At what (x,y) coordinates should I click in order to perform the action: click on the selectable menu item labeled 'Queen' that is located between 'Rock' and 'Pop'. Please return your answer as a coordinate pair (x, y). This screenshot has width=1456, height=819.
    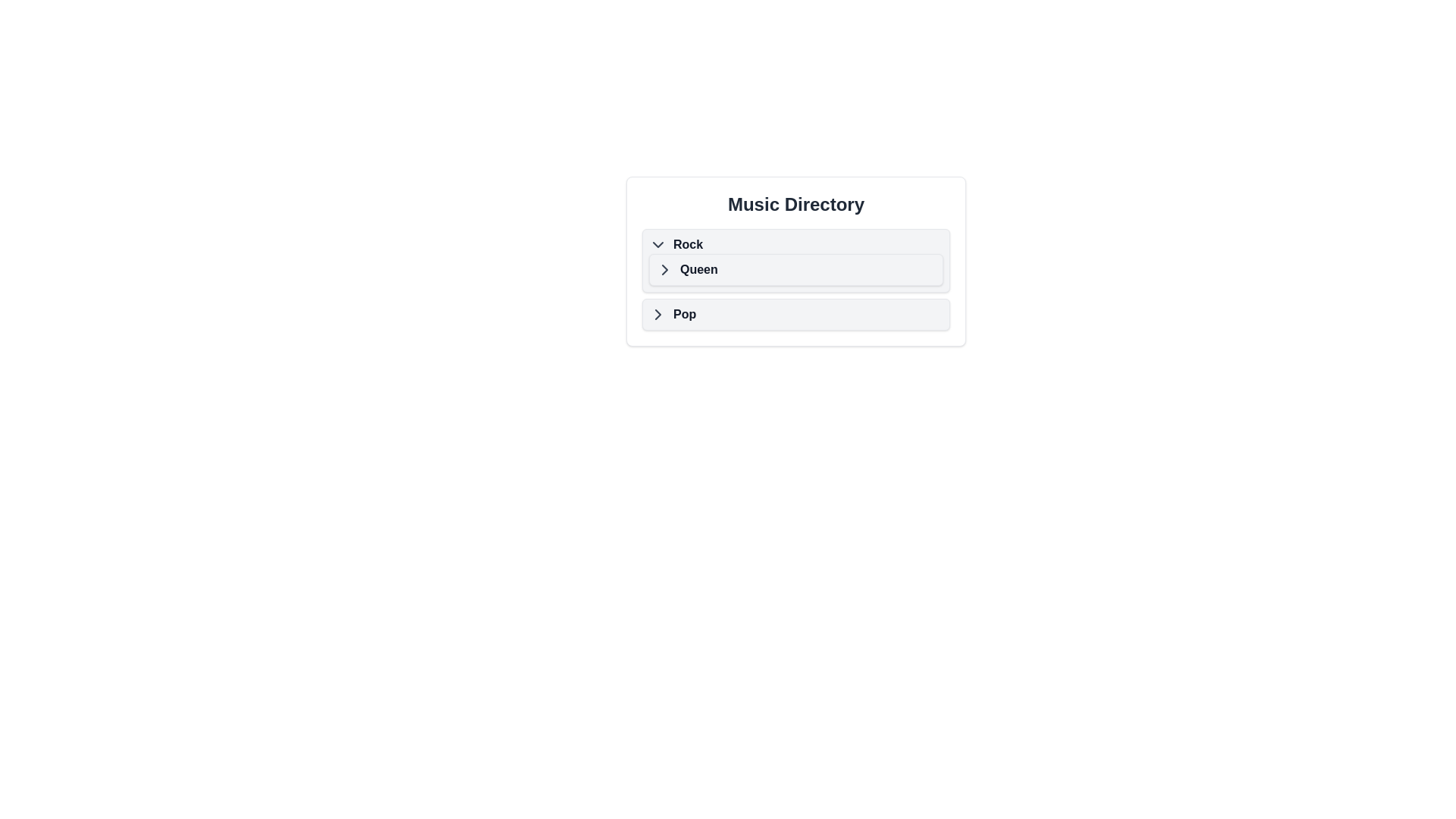
    Looking at the image, I should click on (795, 260).